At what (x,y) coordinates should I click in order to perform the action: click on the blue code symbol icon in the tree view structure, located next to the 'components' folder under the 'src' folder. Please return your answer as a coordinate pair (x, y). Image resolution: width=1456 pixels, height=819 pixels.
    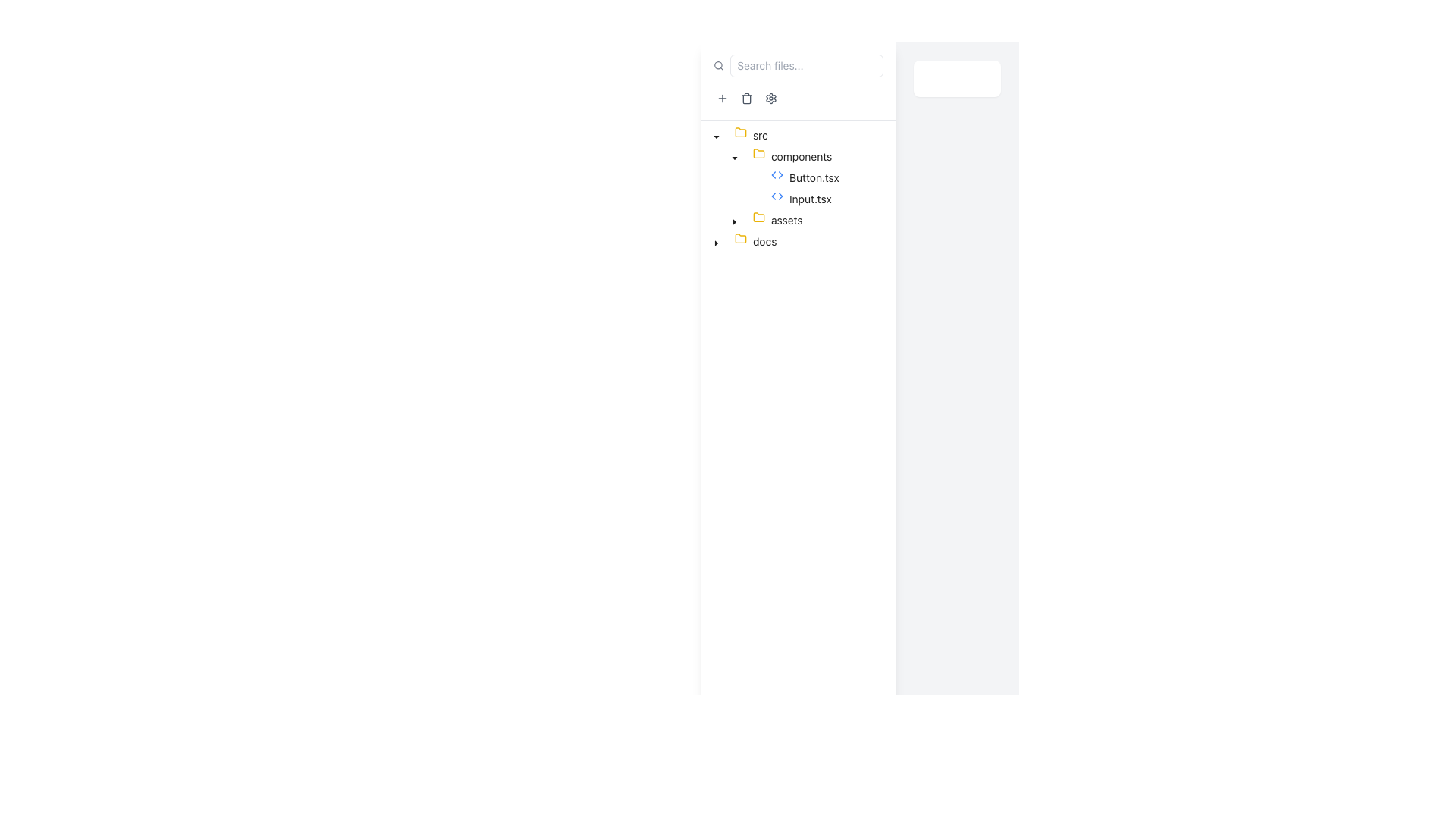
    Looking at the image, I should click on (777, 195).